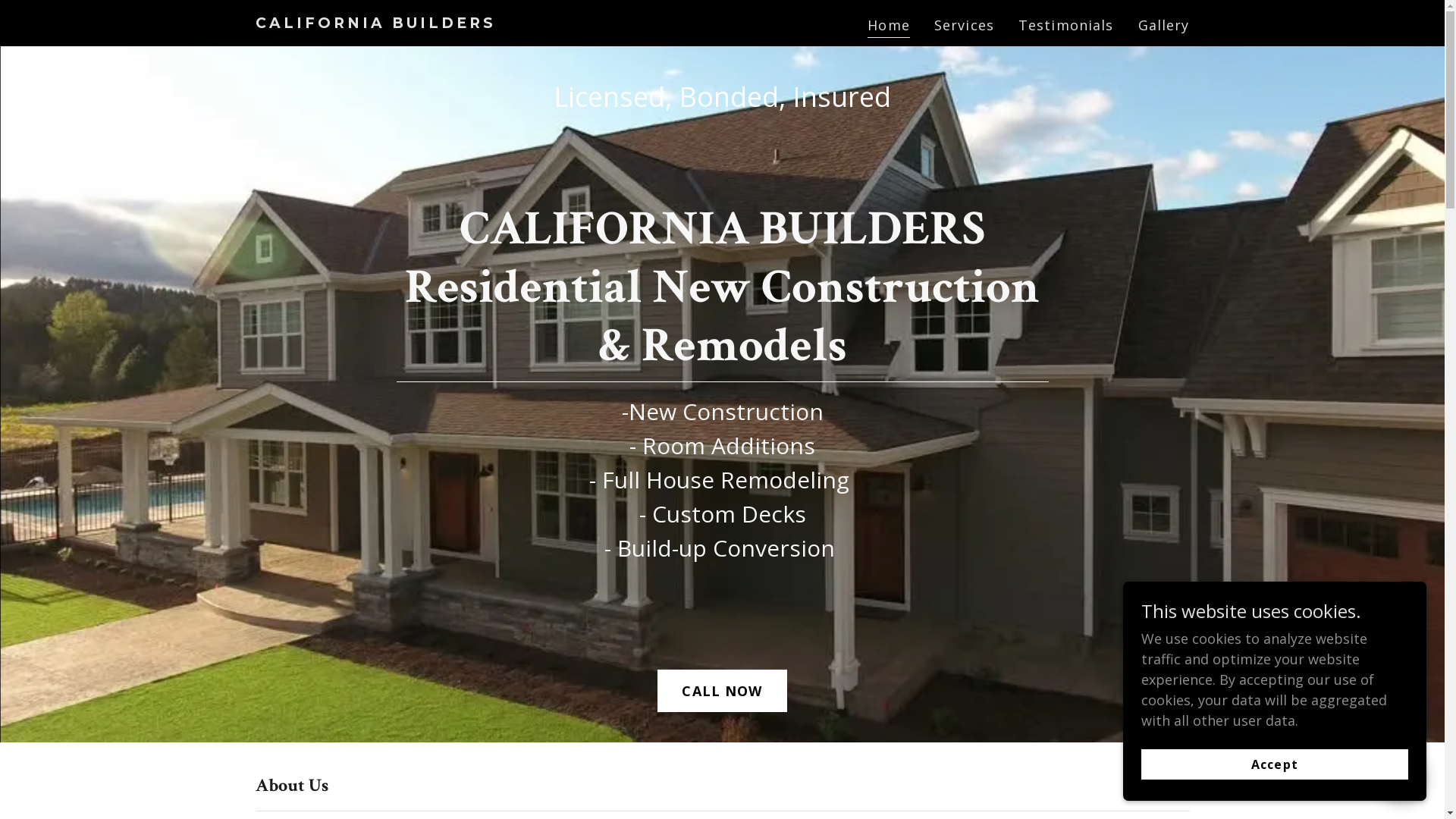  What do you see at coordinates (720, 690) in the screenshot?
I see `'CALL NOW'` at bounding box center [720, 690].